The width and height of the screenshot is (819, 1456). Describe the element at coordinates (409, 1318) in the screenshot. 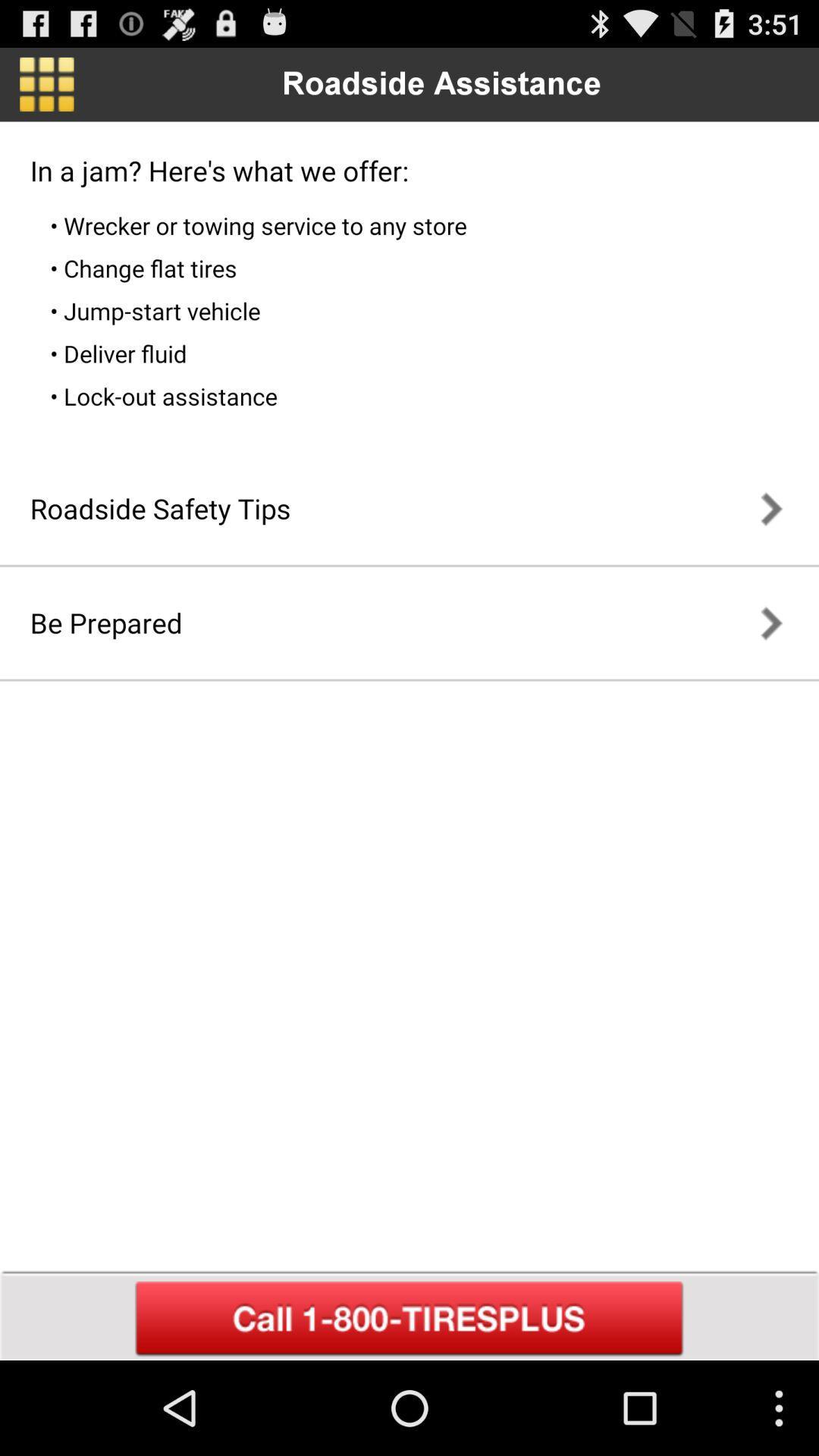

I see `call for assistance` at that location.